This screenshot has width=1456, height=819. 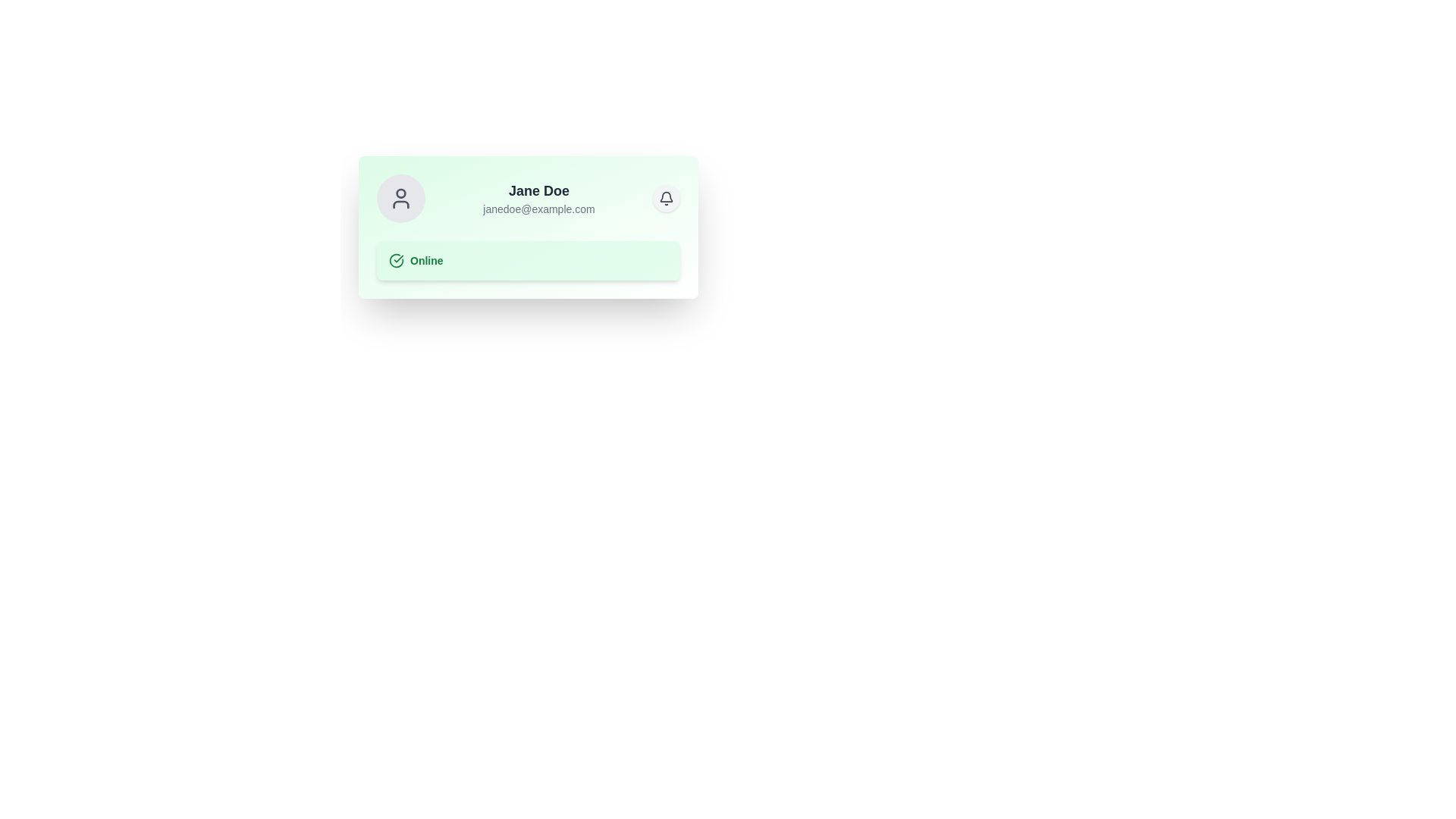 I want to click on the Status Indicator located centrally within the user card below the user information section, so click(x=528, y=250).